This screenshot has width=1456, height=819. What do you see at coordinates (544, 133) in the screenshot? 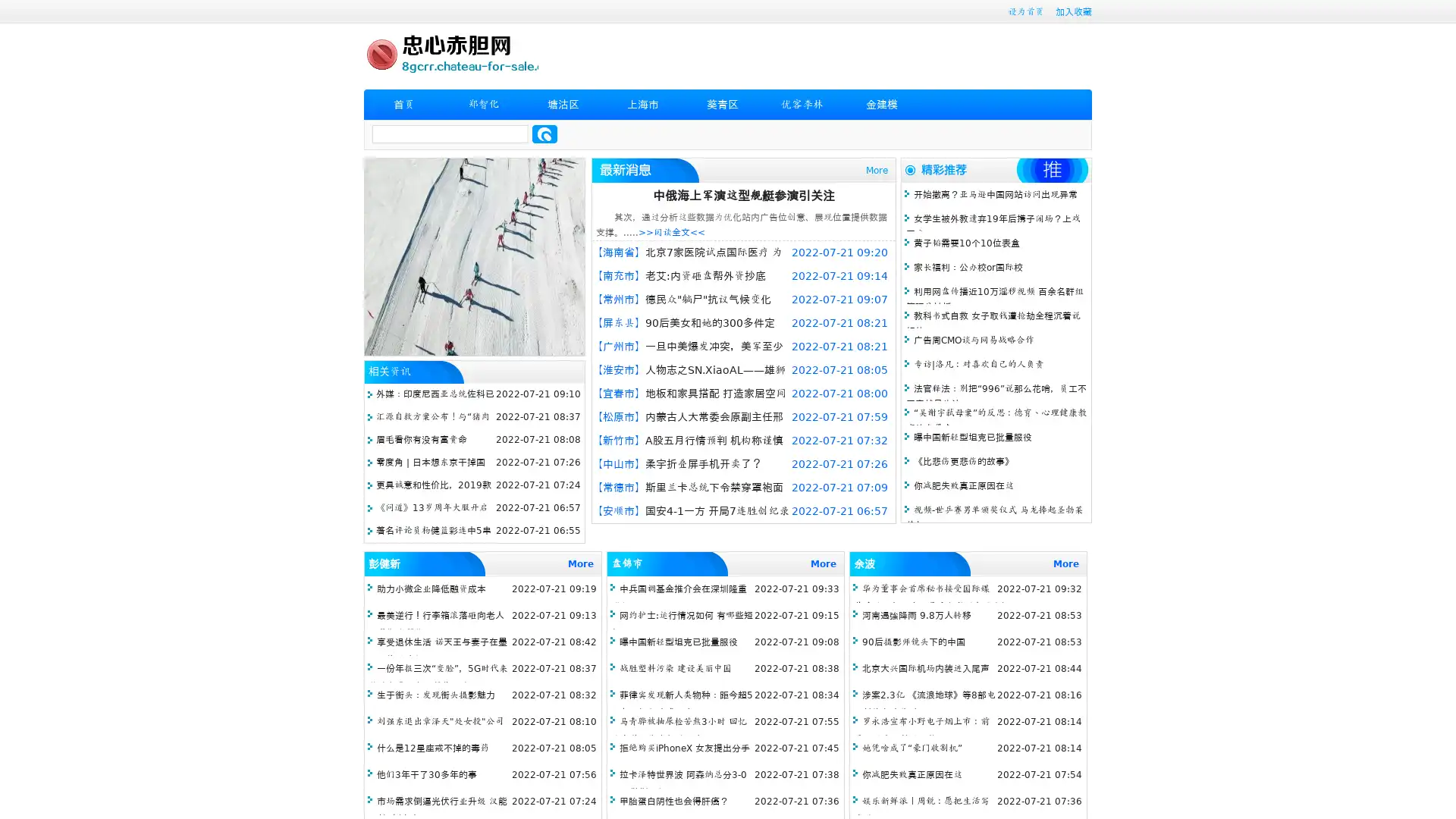
I see `Search` at bounding box center [544, 133].